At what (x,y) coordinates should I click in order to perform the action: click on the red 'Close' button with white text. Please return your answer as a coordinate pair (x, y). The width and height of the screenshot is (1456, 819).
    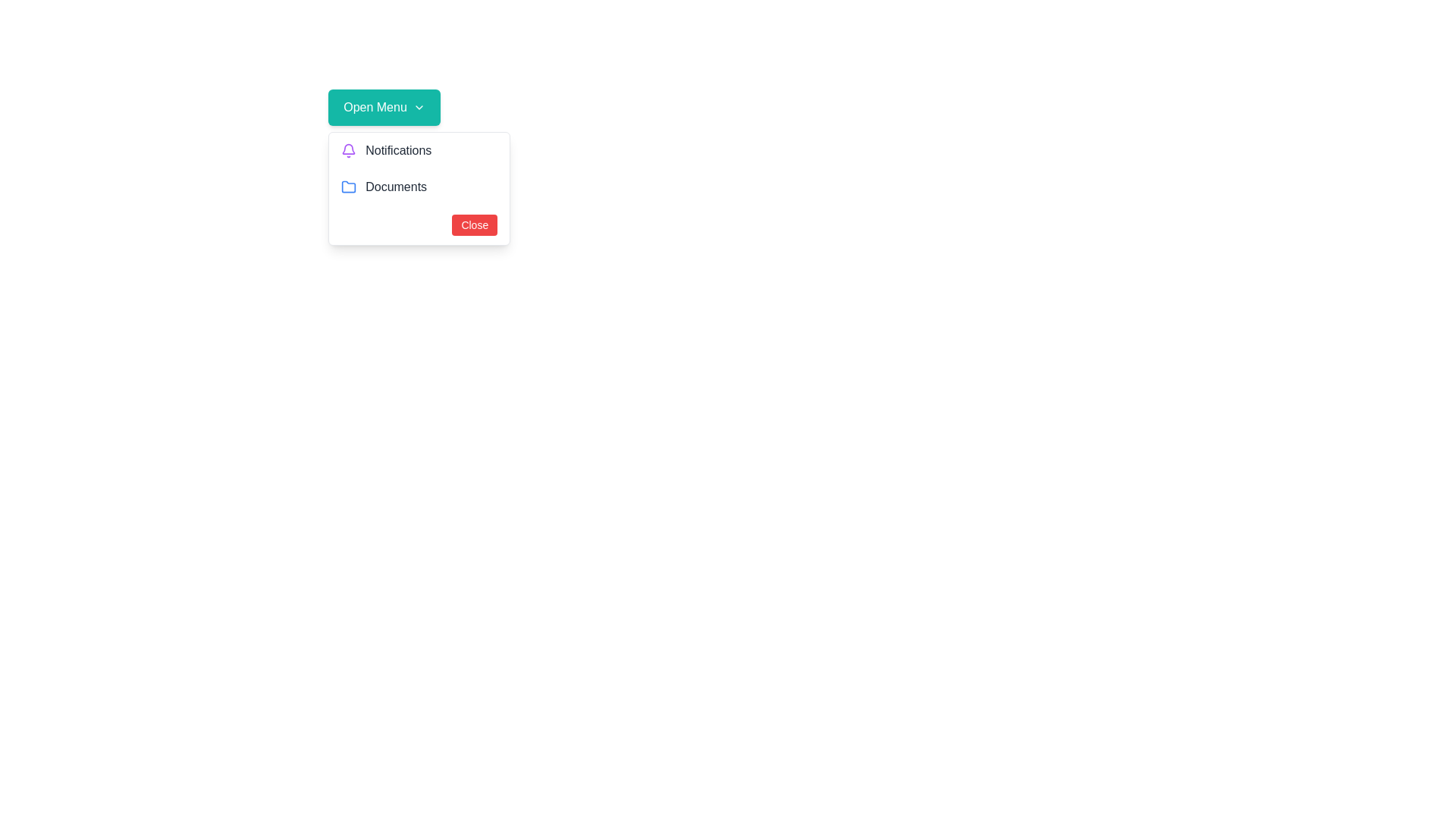
    Looking at the image, I should click on (419, 225).